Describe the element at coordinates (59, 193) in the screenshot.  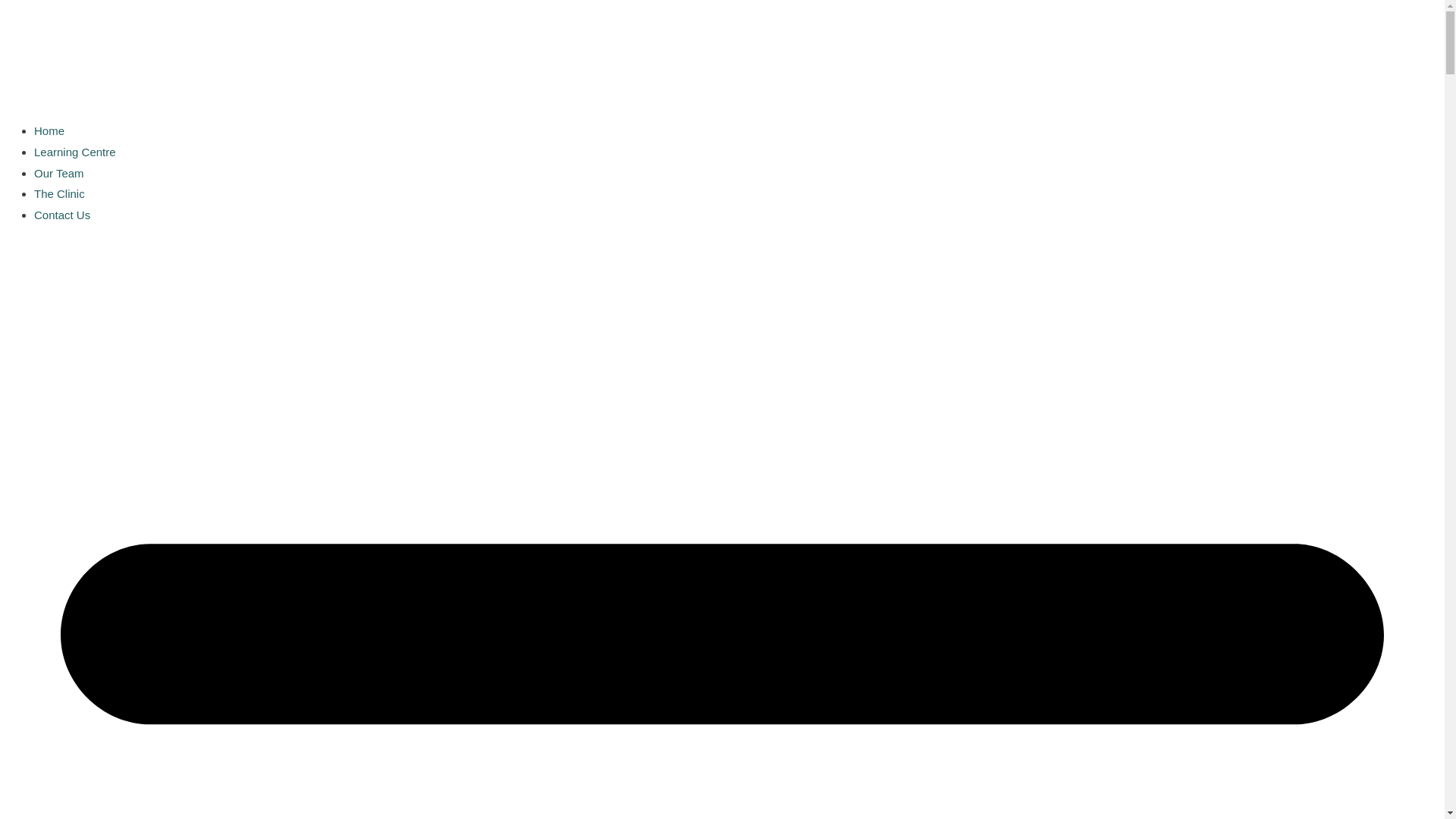
I see `'The Clinic'` at that location.